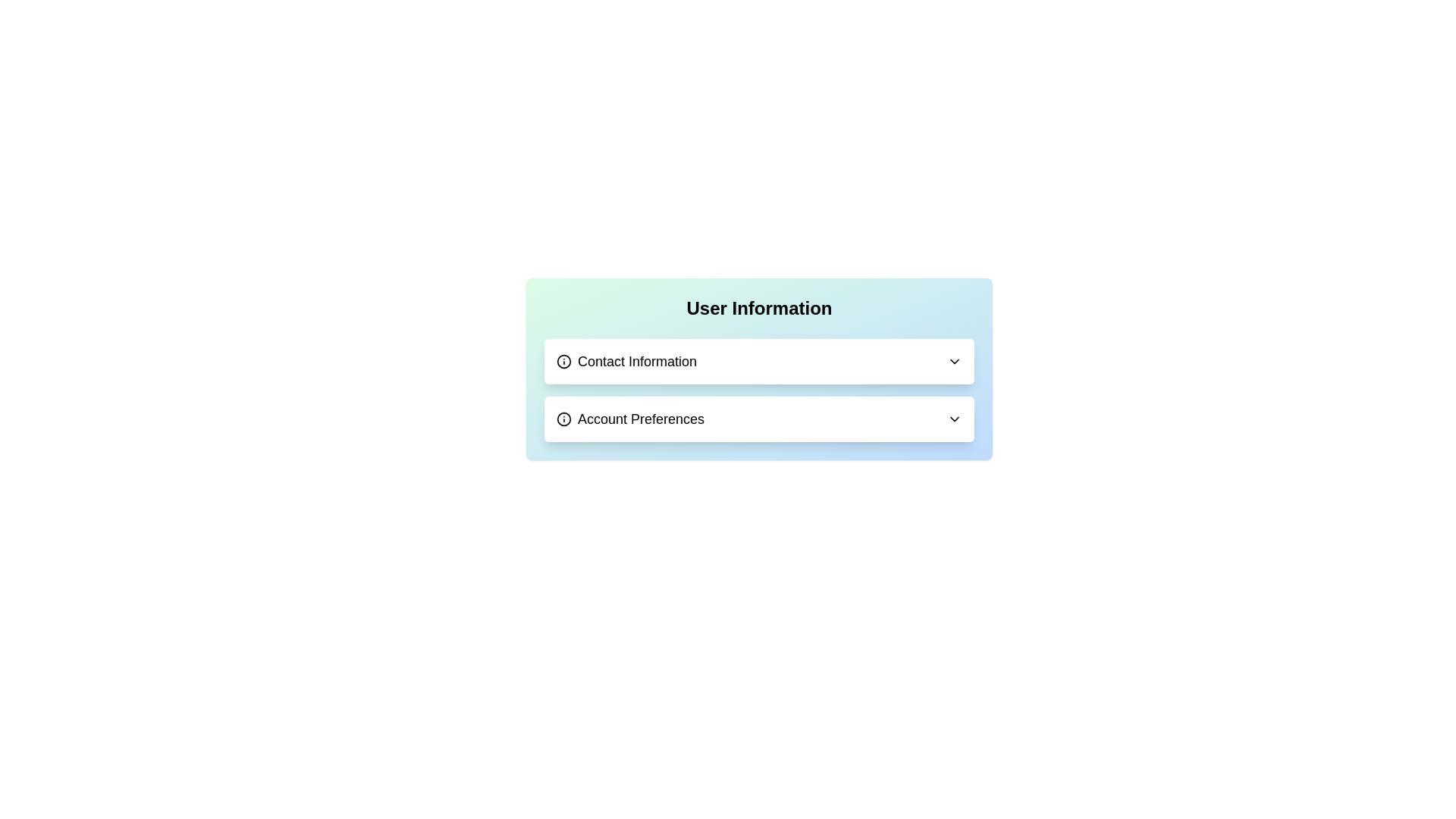 Image resolution: width=1456 pixels, height=819 pixels. I want to click on the chevron-down icon located to the far right of the 'Contact Information' section, so click(953, 362).